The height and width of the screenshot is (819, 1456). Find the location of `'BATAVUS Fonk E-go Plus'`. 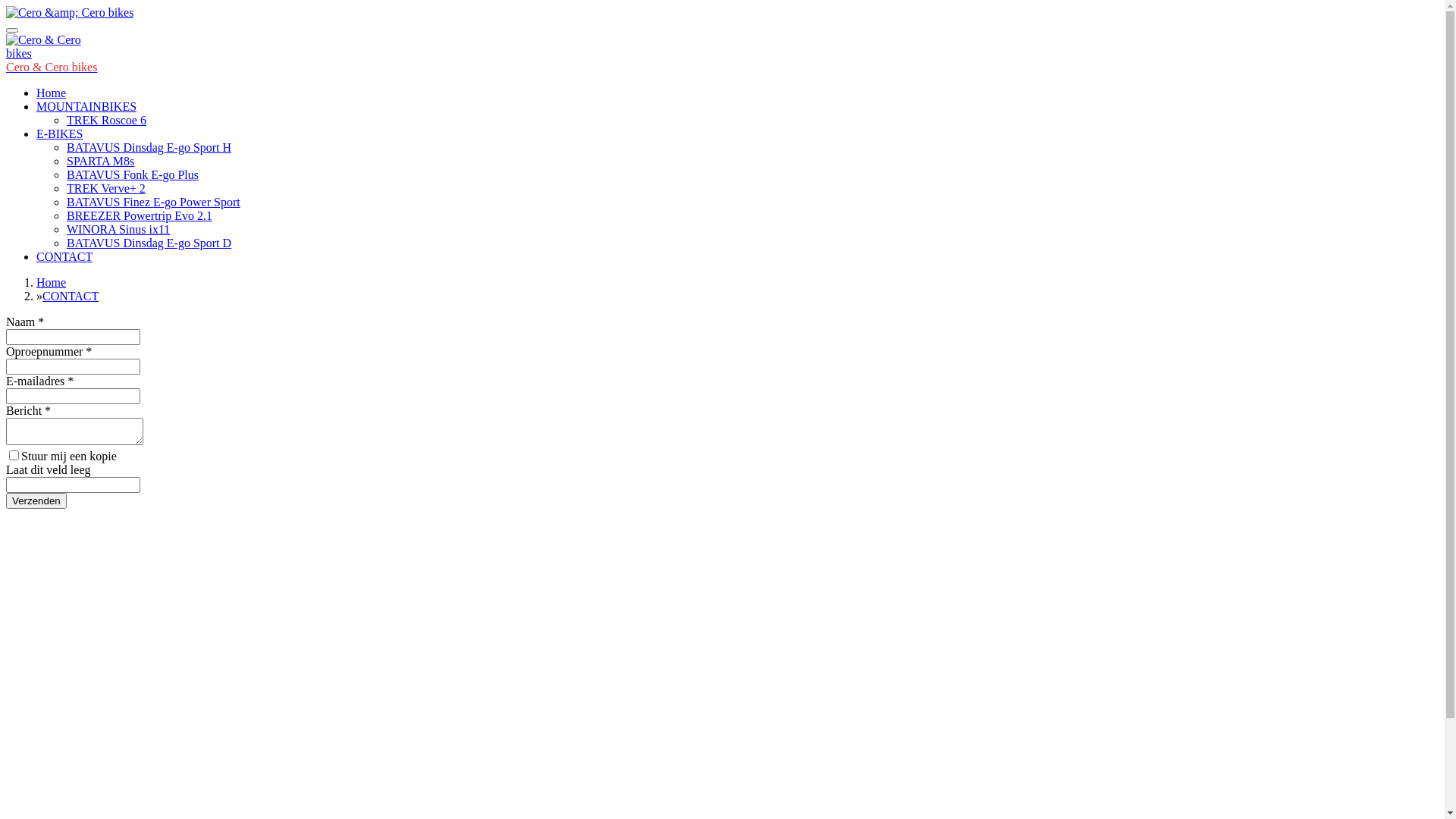

'BATAVUS Fonk E-go Plus' is located at coordinates (132, 174).